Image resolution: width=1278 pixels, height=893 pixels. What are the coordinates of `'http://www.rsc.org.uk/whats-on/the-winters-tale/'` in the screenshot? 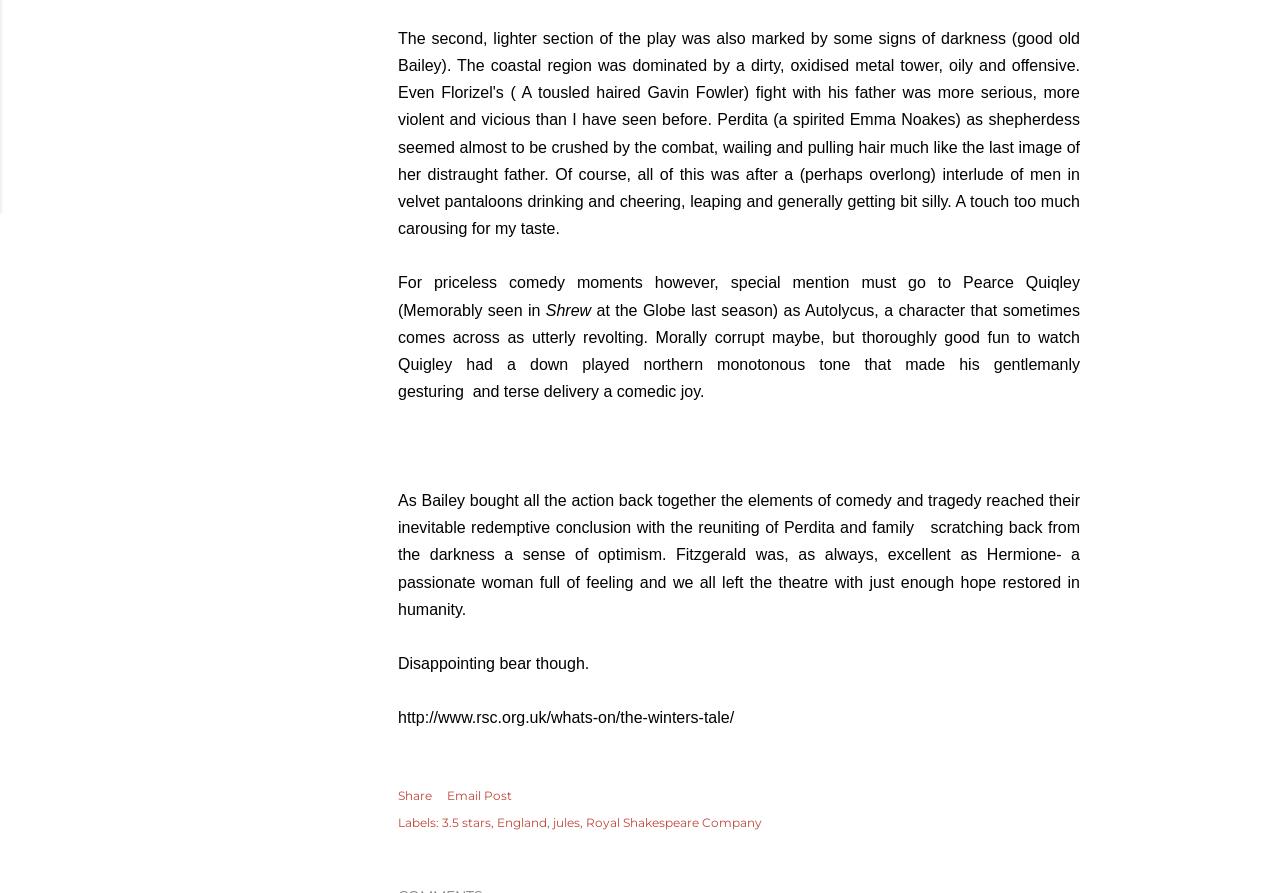 It's located at (566, 717).